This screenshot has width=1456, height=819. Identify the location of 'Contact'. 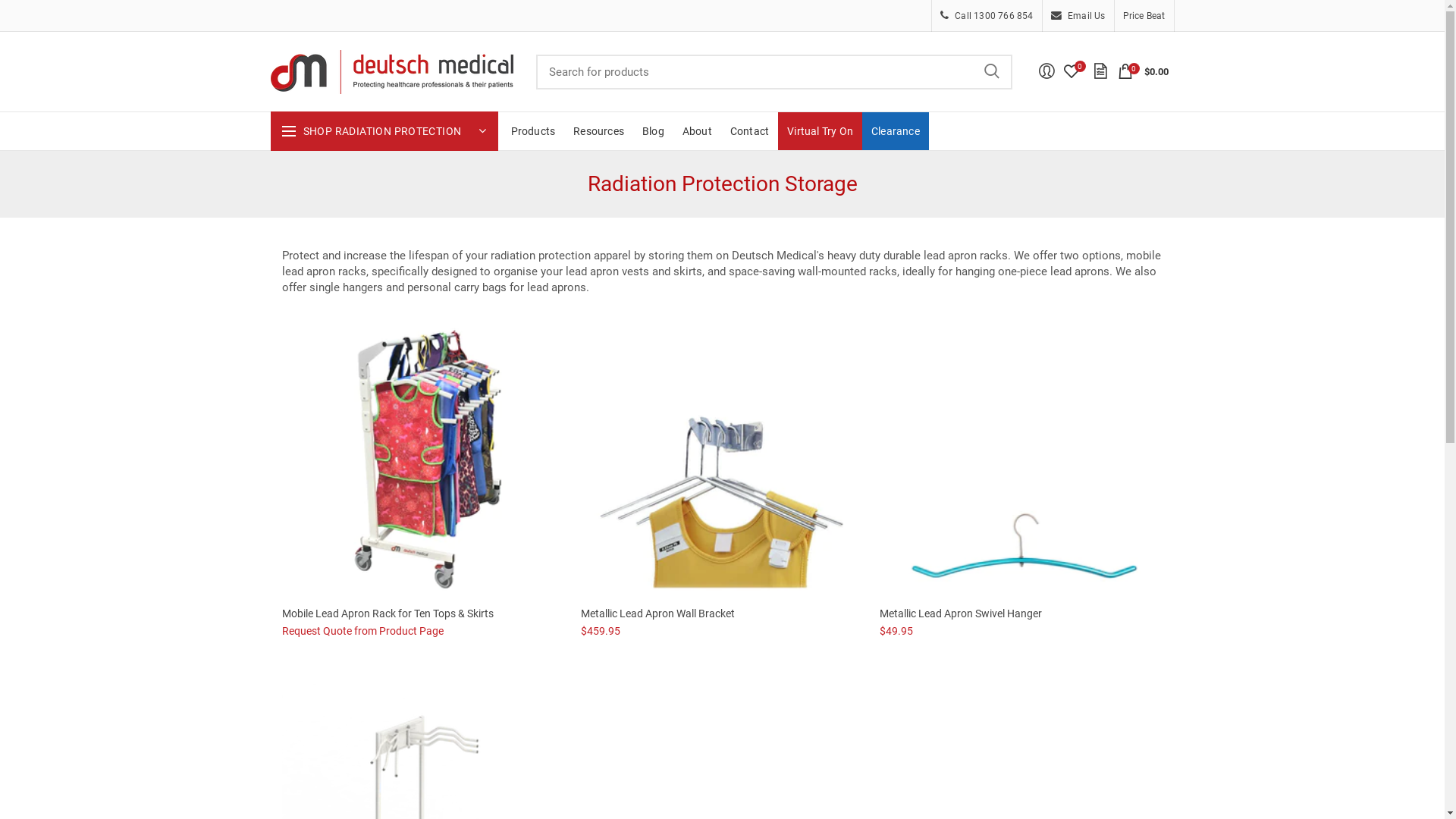
(749, 130).